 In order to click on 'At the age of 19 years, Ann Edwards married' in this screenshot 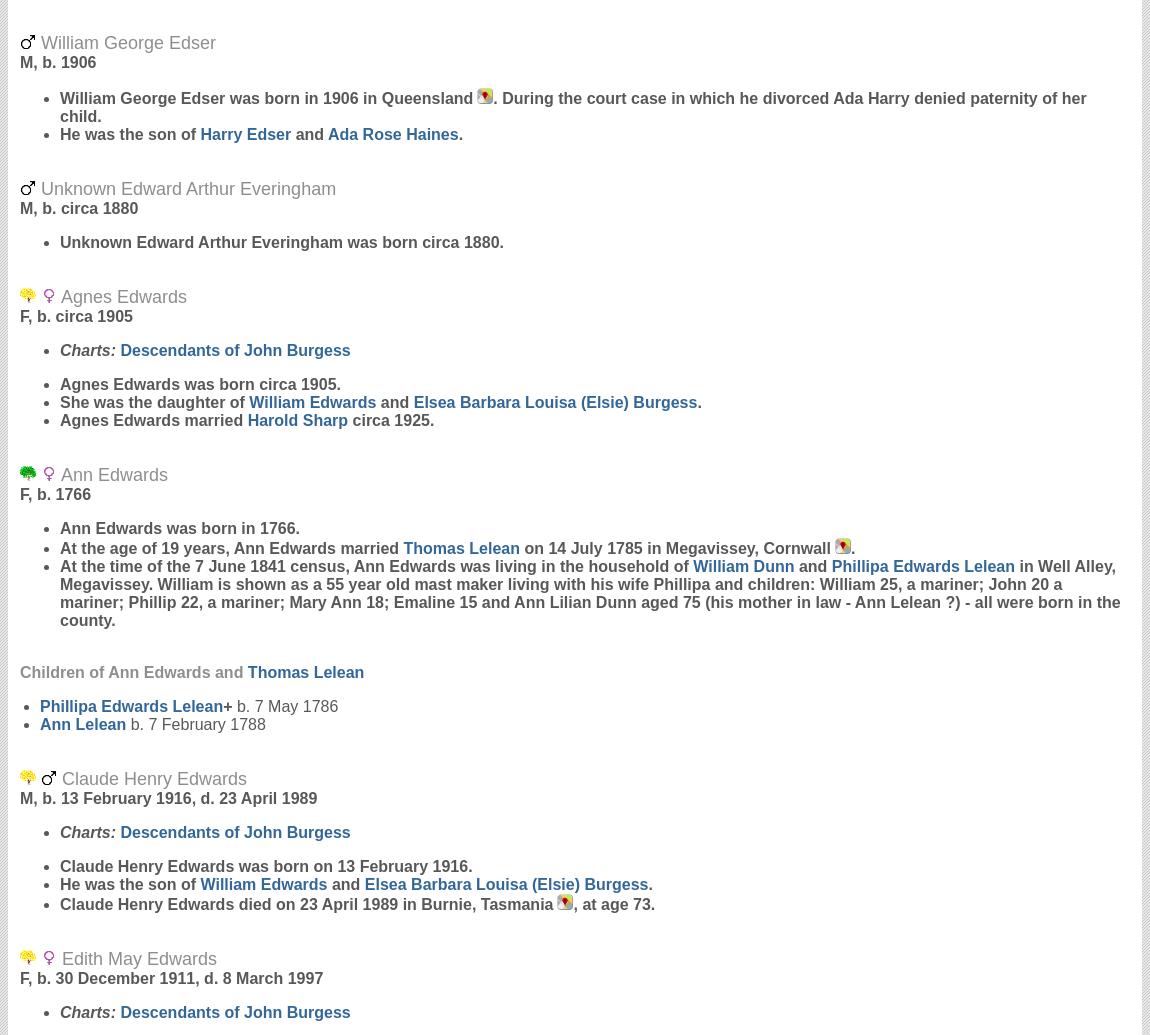, I will do `click(230, 547)`.